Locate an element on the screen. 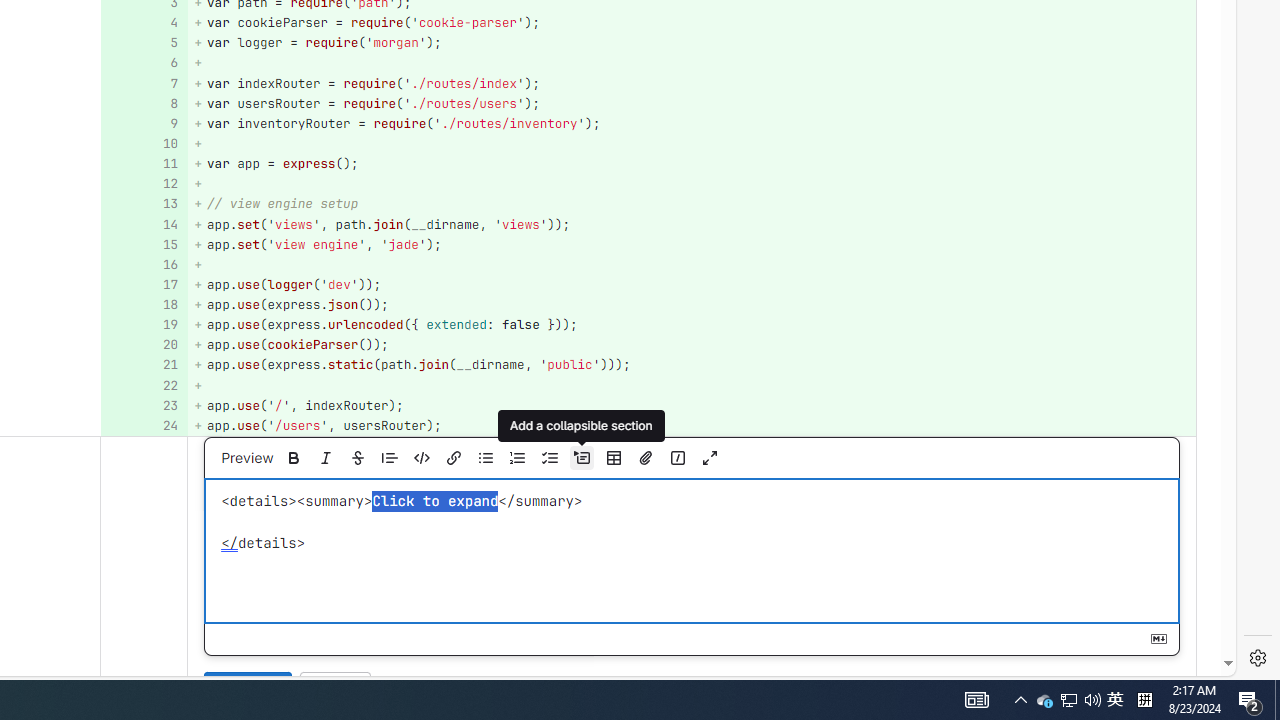 The height and width of the screenshot is (720, 1280). '11' is located at coordinates (141, 163).